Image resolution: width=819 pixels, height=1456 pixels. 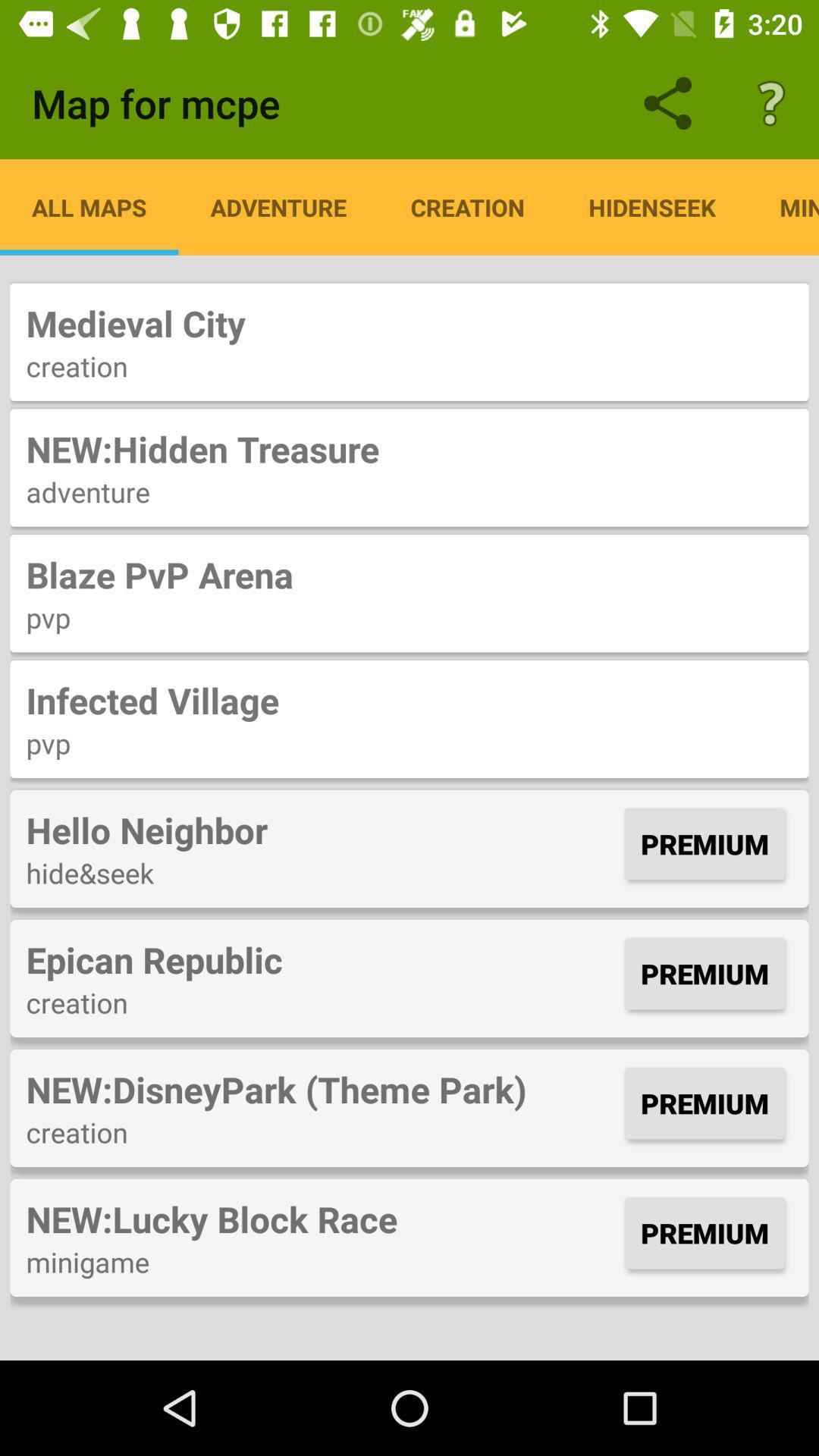 I want to click on item above the creation item, so click(x=321, y=959).